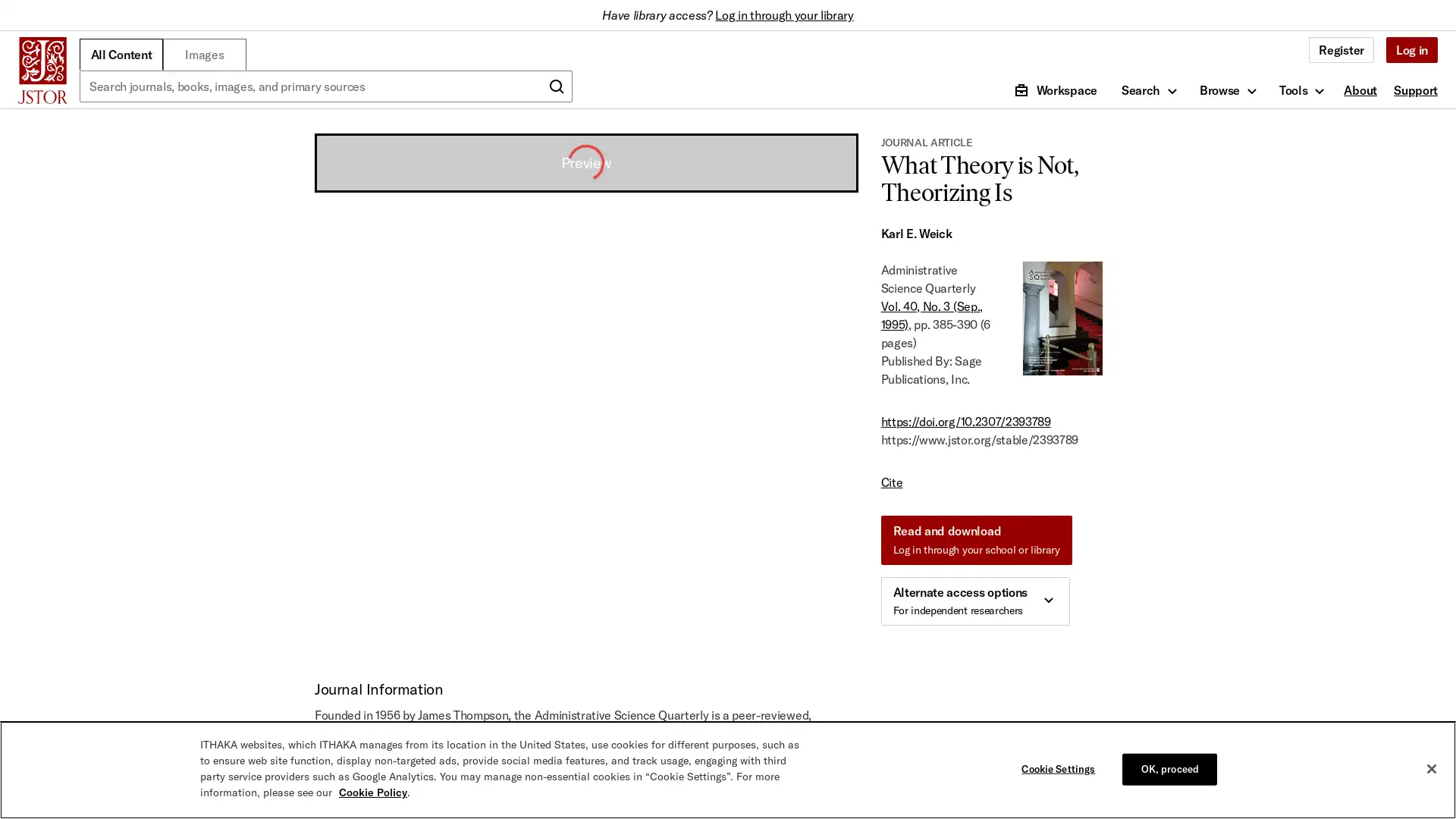  What do you see at coordinates (1430, 769) in the screenshot?
I see `Close` at bounding box center [1430, 769].